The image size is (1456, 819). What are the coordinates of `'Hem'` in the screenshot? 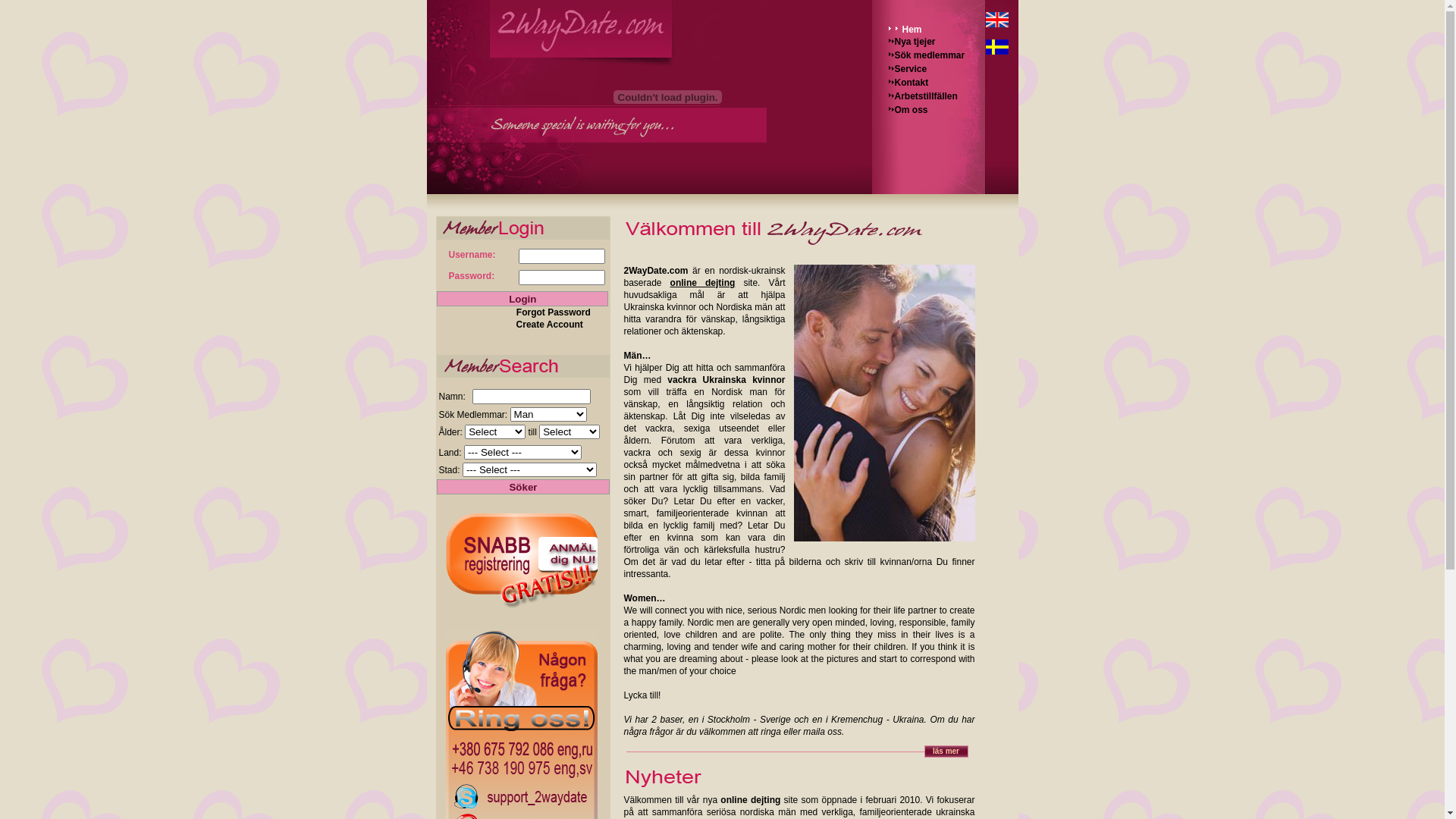 It's located at (895, 29).